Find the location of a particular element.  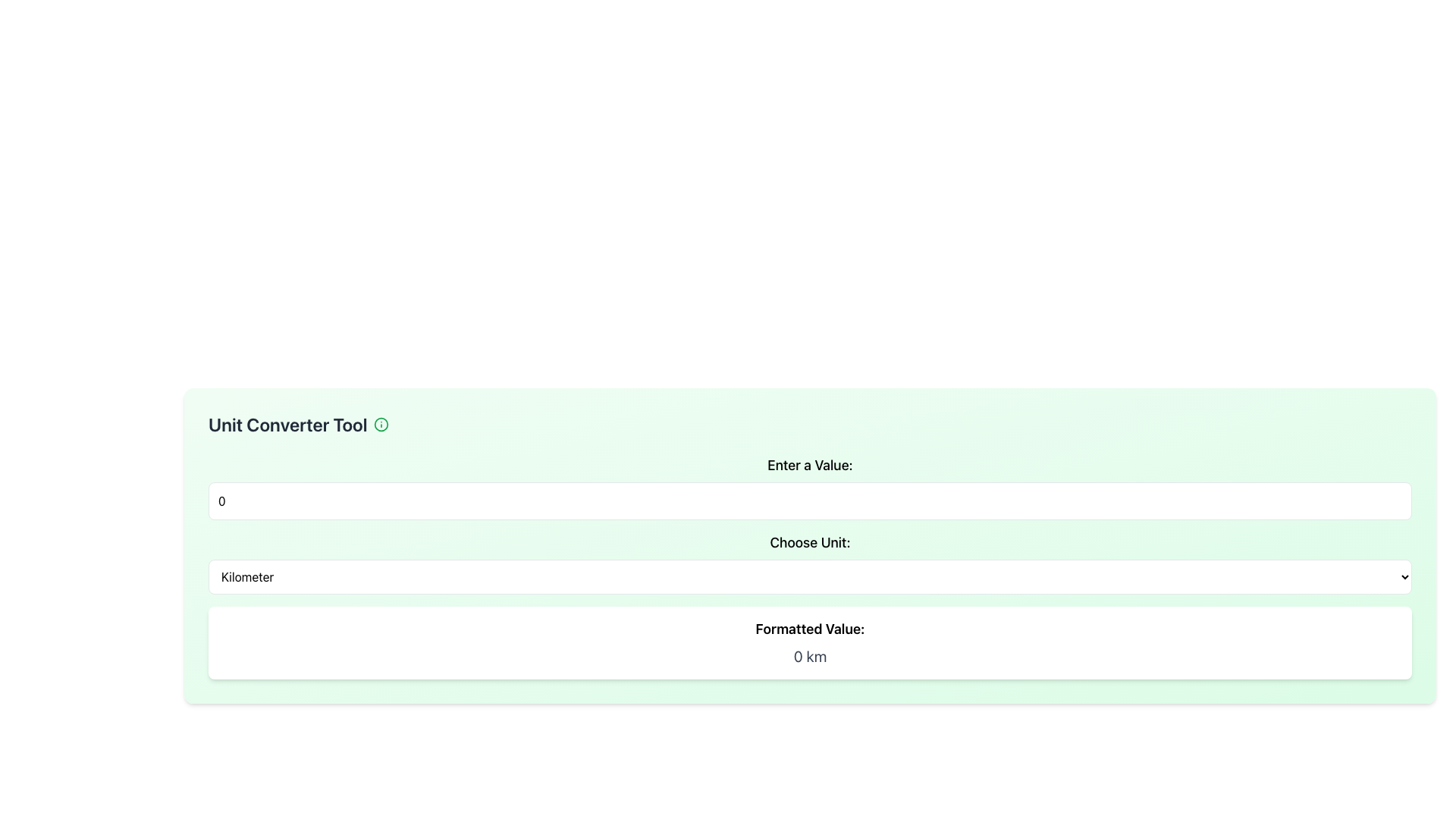

the Dropdown menu for unit selection located in the 'Unit Converter Tool' below the 'Enter a Value' input field is located at coordinates (809, 563).